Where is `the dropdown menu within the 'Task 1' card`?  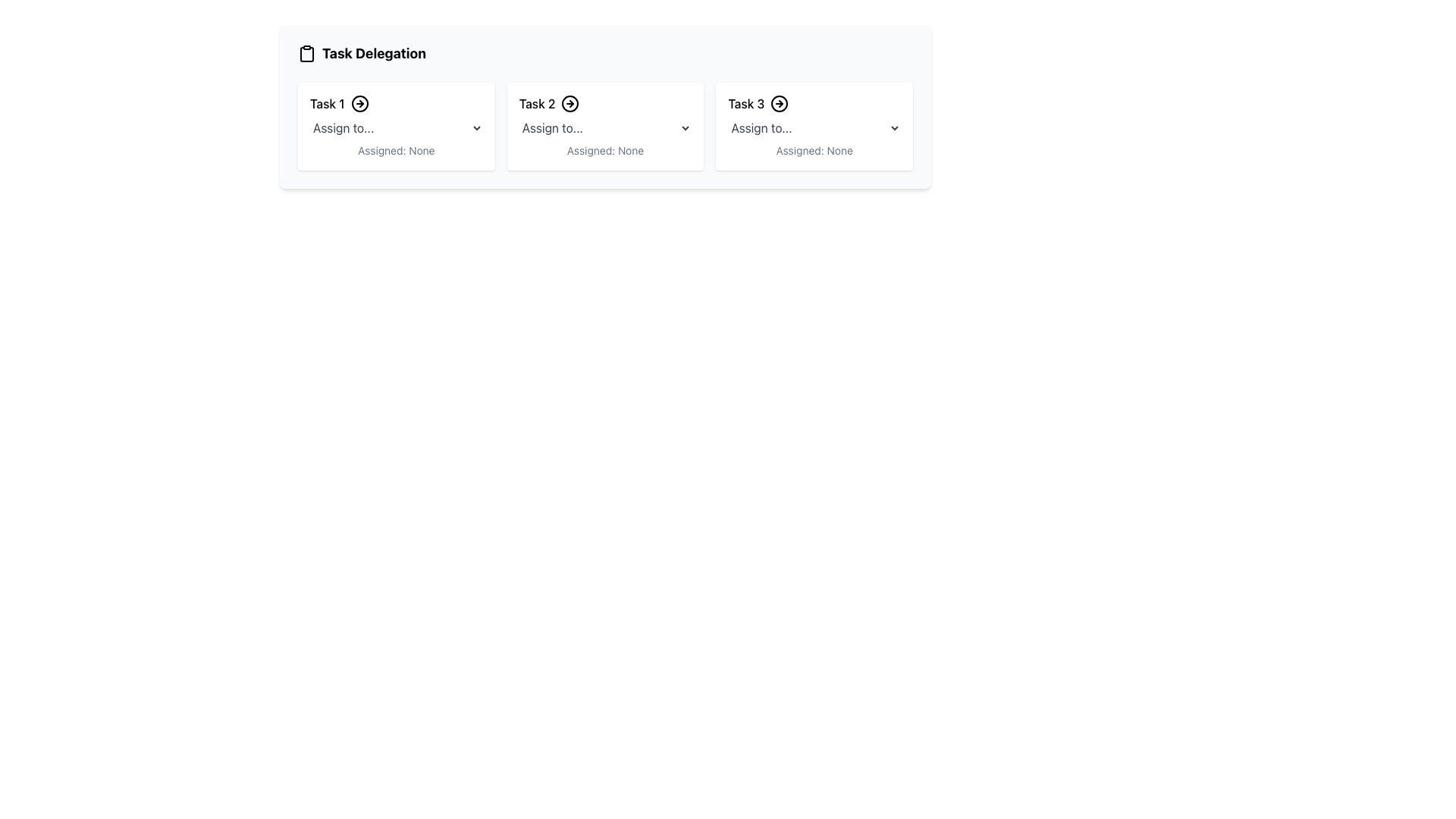 the dropdown menu within the 'Task 1' card is located at coordinates (396, 127).